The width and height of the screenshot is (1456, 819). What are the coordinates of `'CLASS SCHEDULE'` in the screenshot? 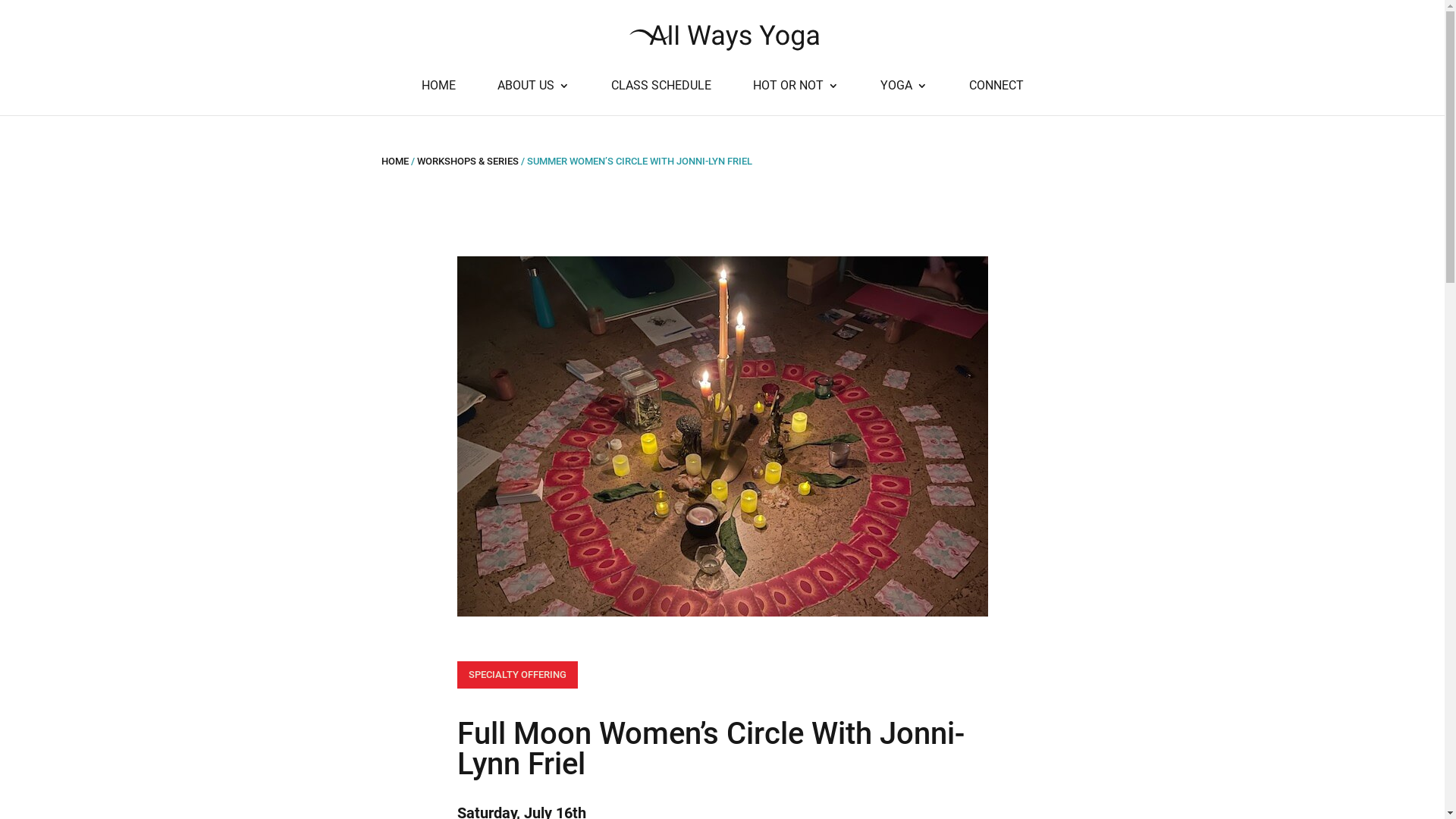 It's located at (661, 97).